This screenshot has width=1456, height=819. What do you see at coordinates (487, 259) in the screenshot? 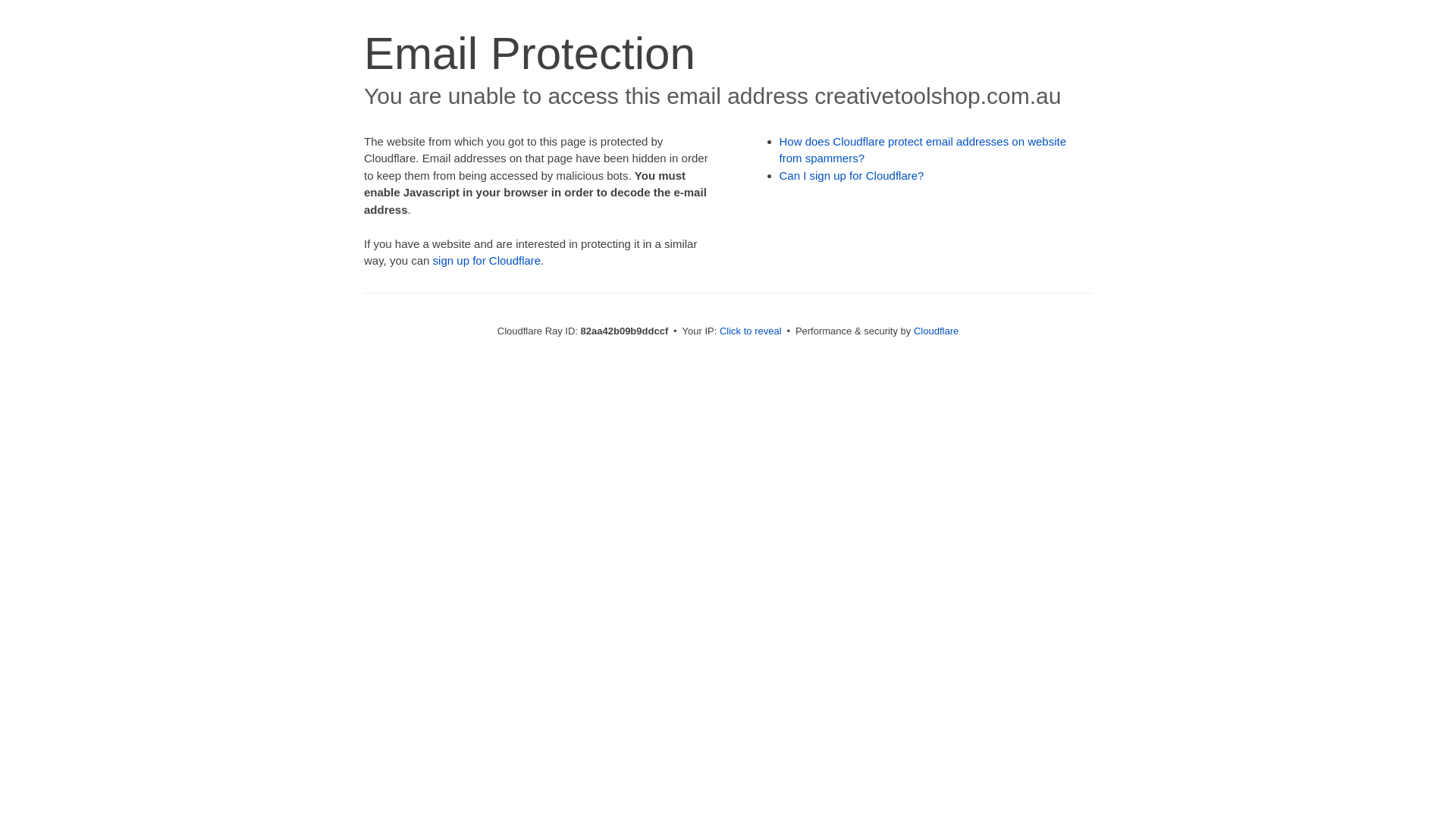
I see `'sign up for Cloudflare'` at bounding box center [487, 259].